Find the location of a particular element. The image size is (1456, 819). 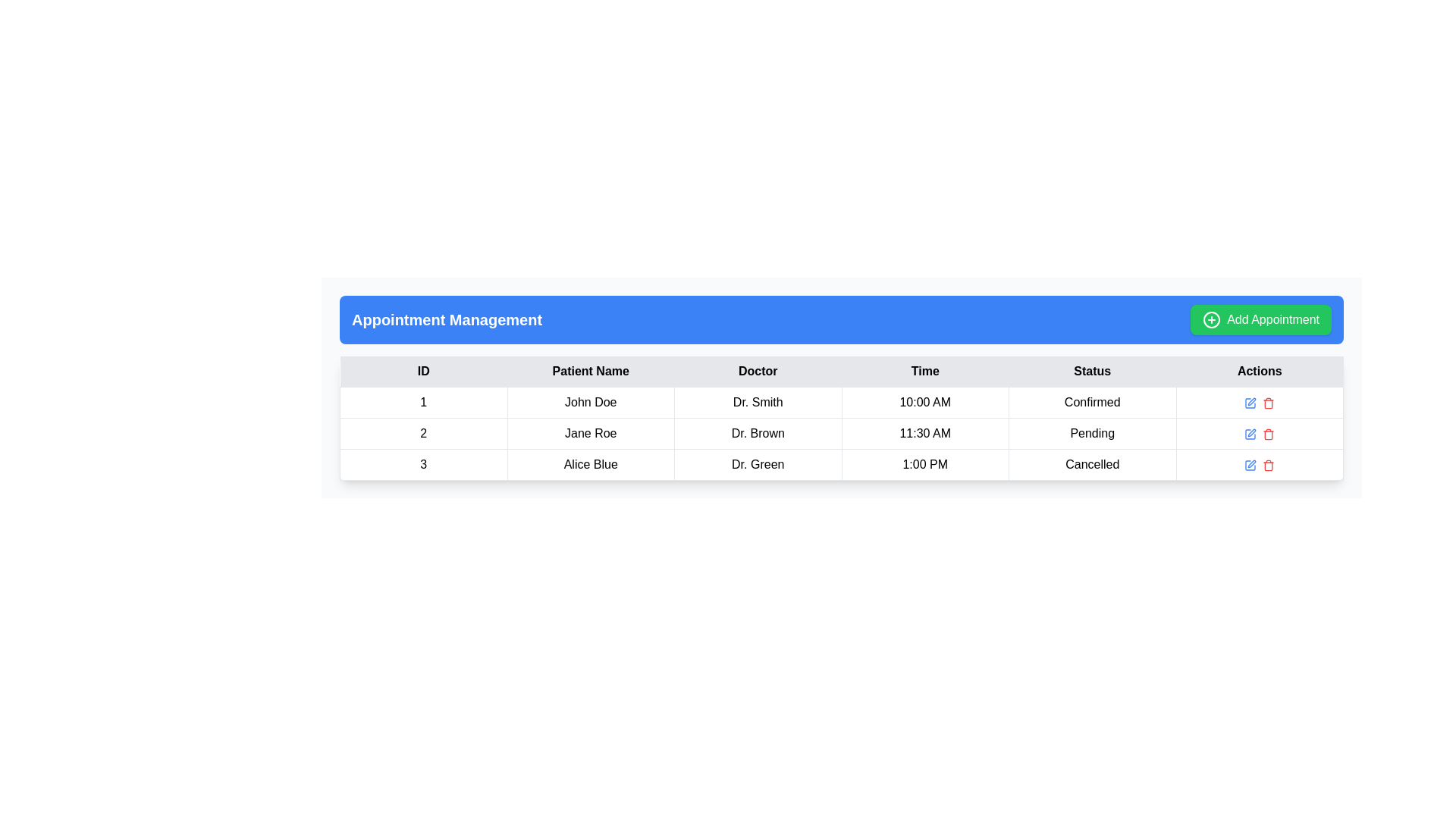

the trash can icon button located in the 'Actions' column of the second row of the table, corresponding to the entry for 'Jane Roe' is located at coordinates (1269, 434).